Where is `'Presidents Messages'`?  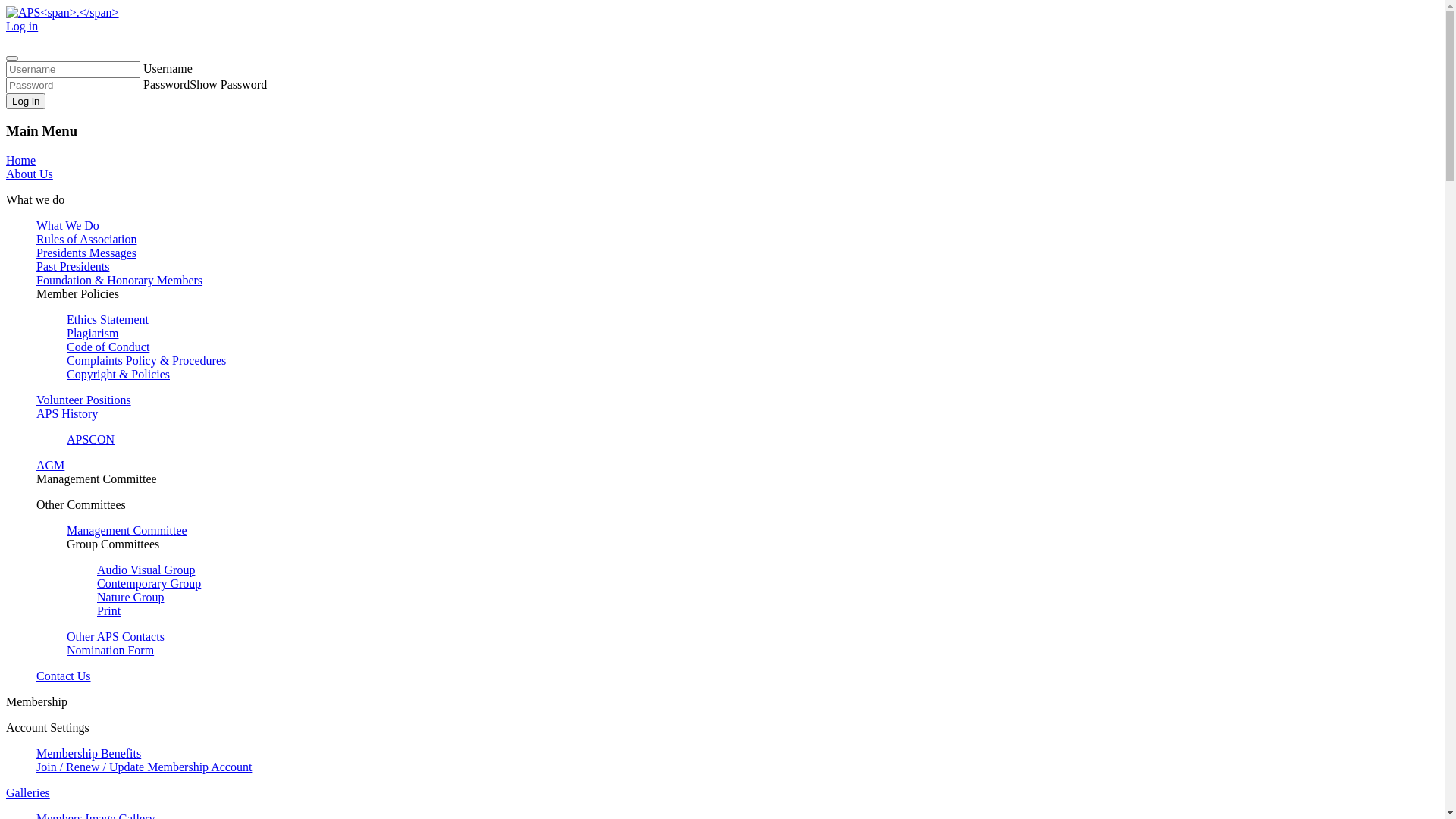 'Presidents Messages' is located at coordinates (86, 252).